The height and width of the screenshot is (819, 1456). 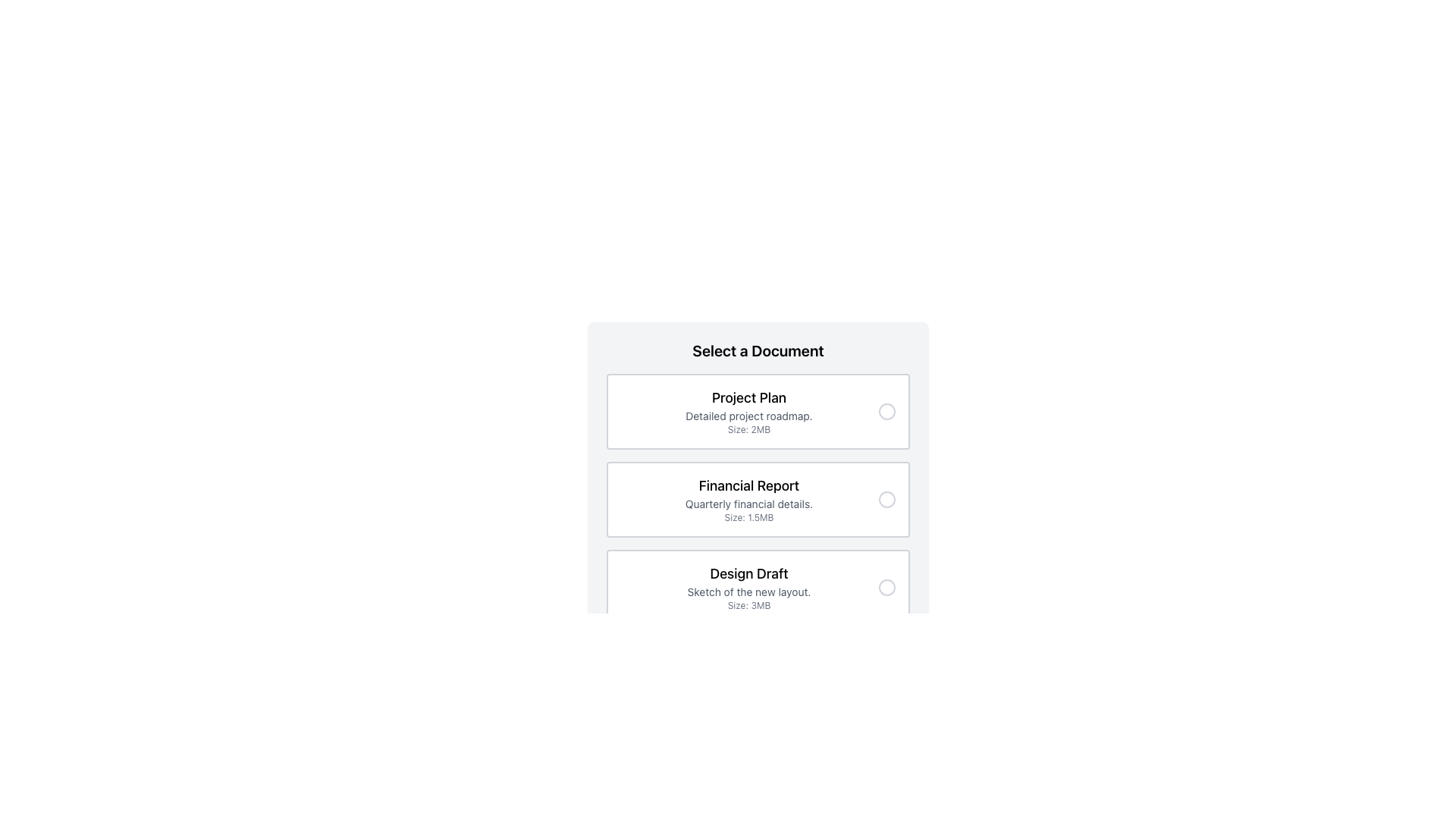 I want to click on Text Label displaying 'Sketch of the new layout.' which is styled in a small gray font, positioned beneath the title 'Design Draft' in the vertical sequence of text elements, so click(x=749, y=591).